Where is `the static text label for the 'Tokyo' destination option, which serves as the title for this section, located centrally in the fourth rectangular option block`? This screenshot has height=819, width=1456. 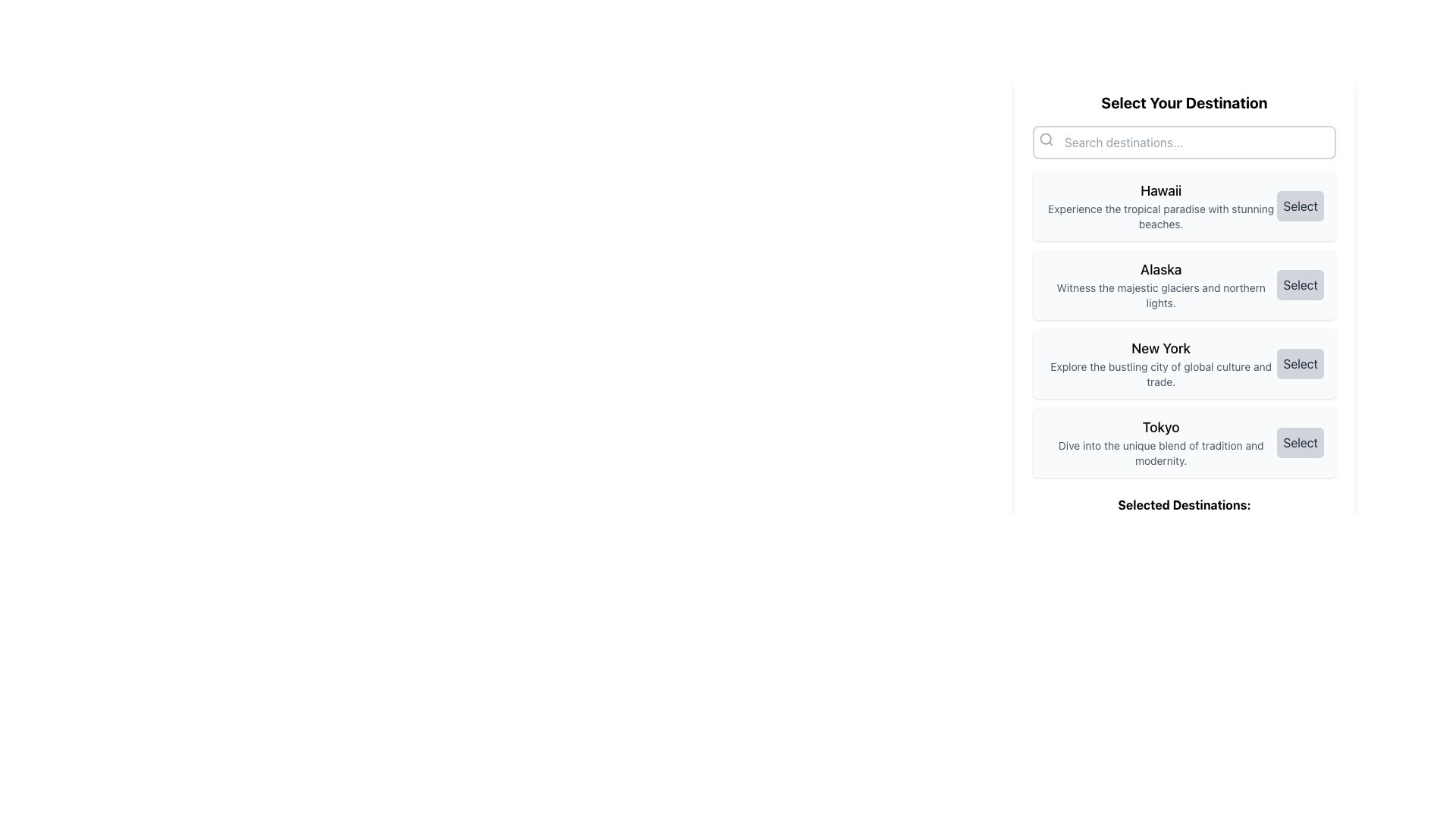
the static text label for the 'Tokyo' destination option, which serves as the title for this section, located centrally in the fourth rectangular option block is located at coordinates (1160, 427).